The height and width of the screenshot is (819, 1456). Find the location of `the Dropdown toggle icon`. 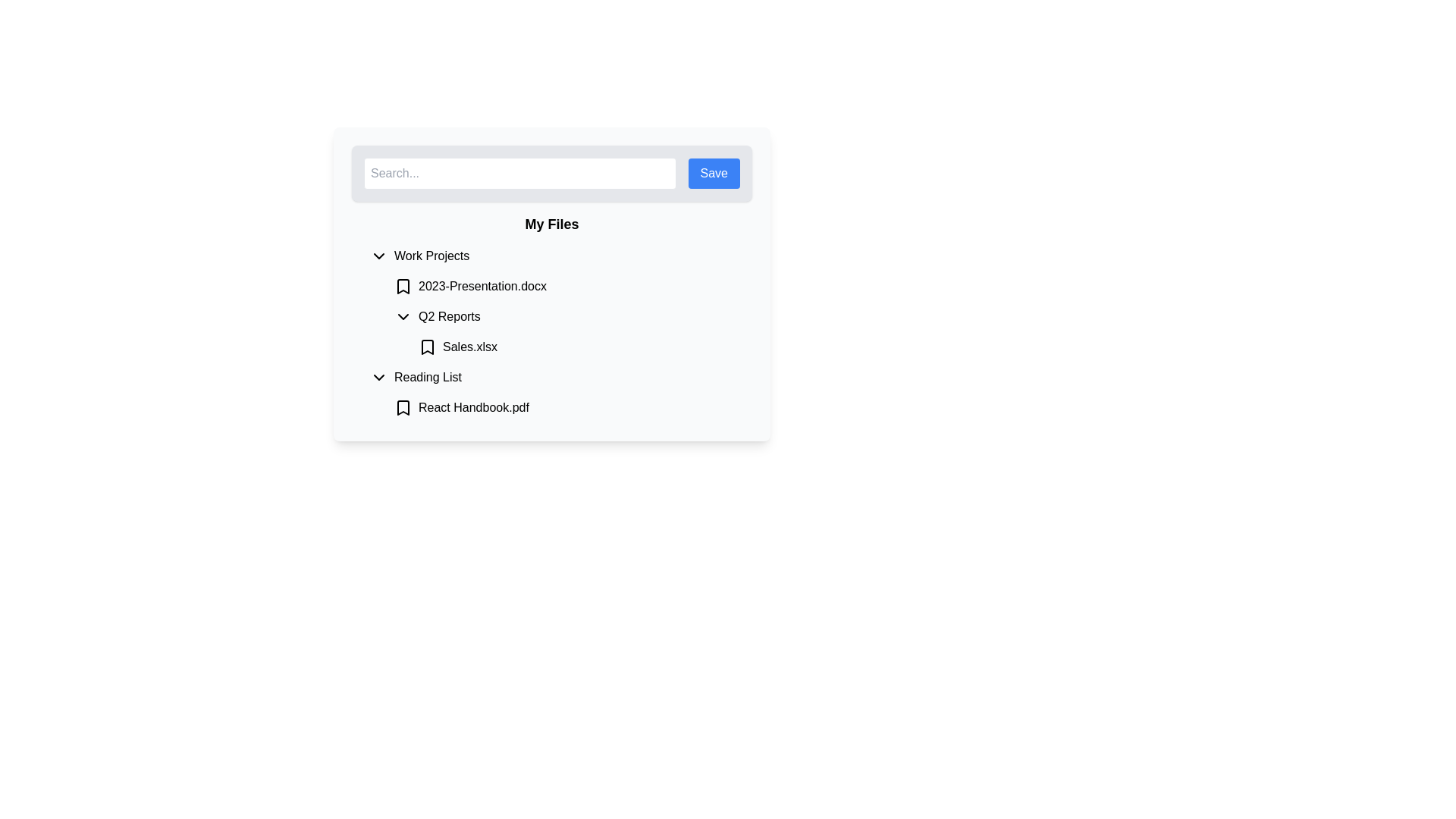

the Dropdown toggle icon is located at coordinates (378, 256).